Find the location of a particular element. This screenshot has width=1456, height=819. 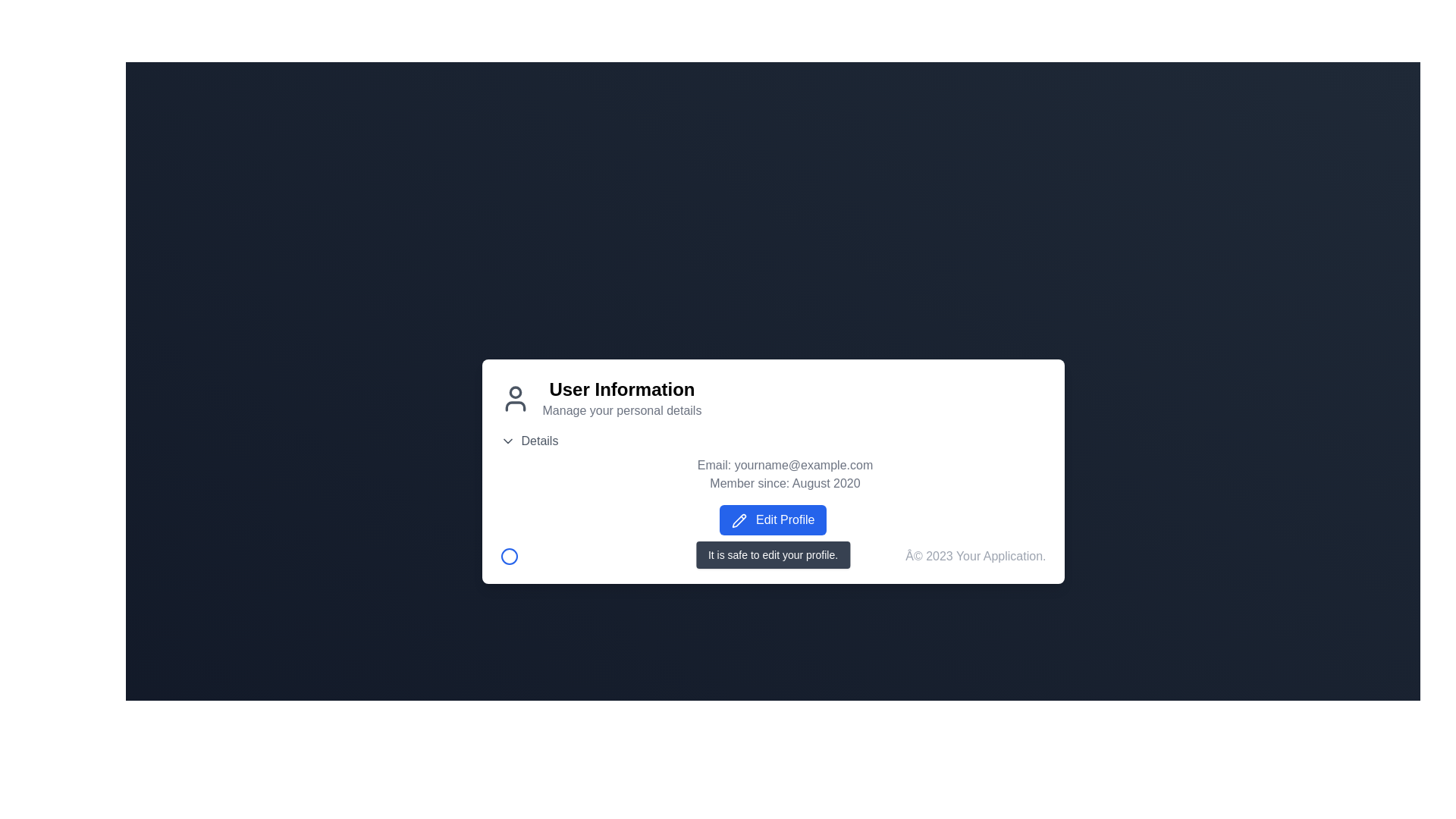

the static text display that shows user information, including email address and membership date, located below the 'Details' header and above the 'Edit Profile' button is located at coordinates (773, 461).